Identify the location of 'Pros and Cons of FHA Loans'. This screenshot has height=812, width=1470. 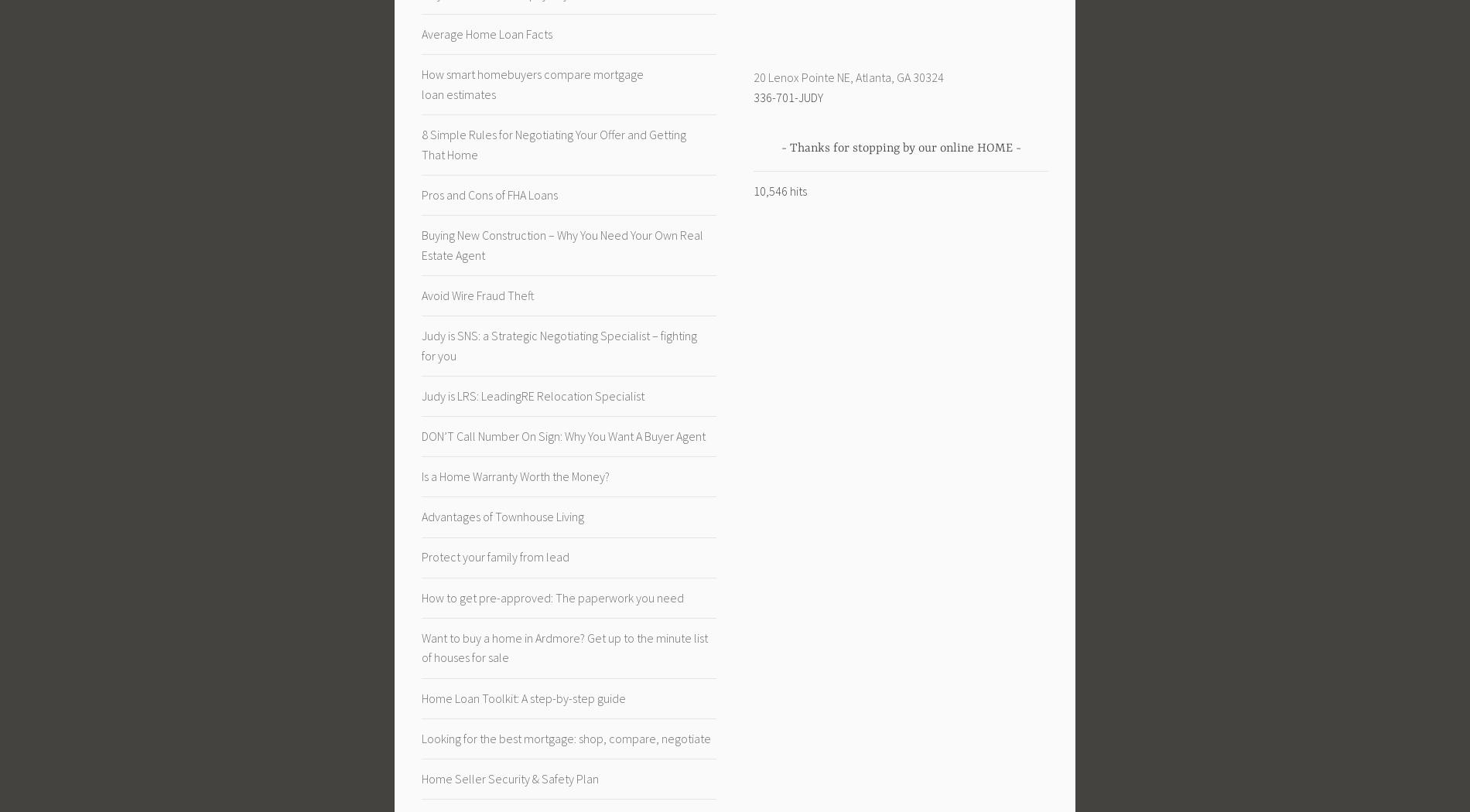
(490, 193).